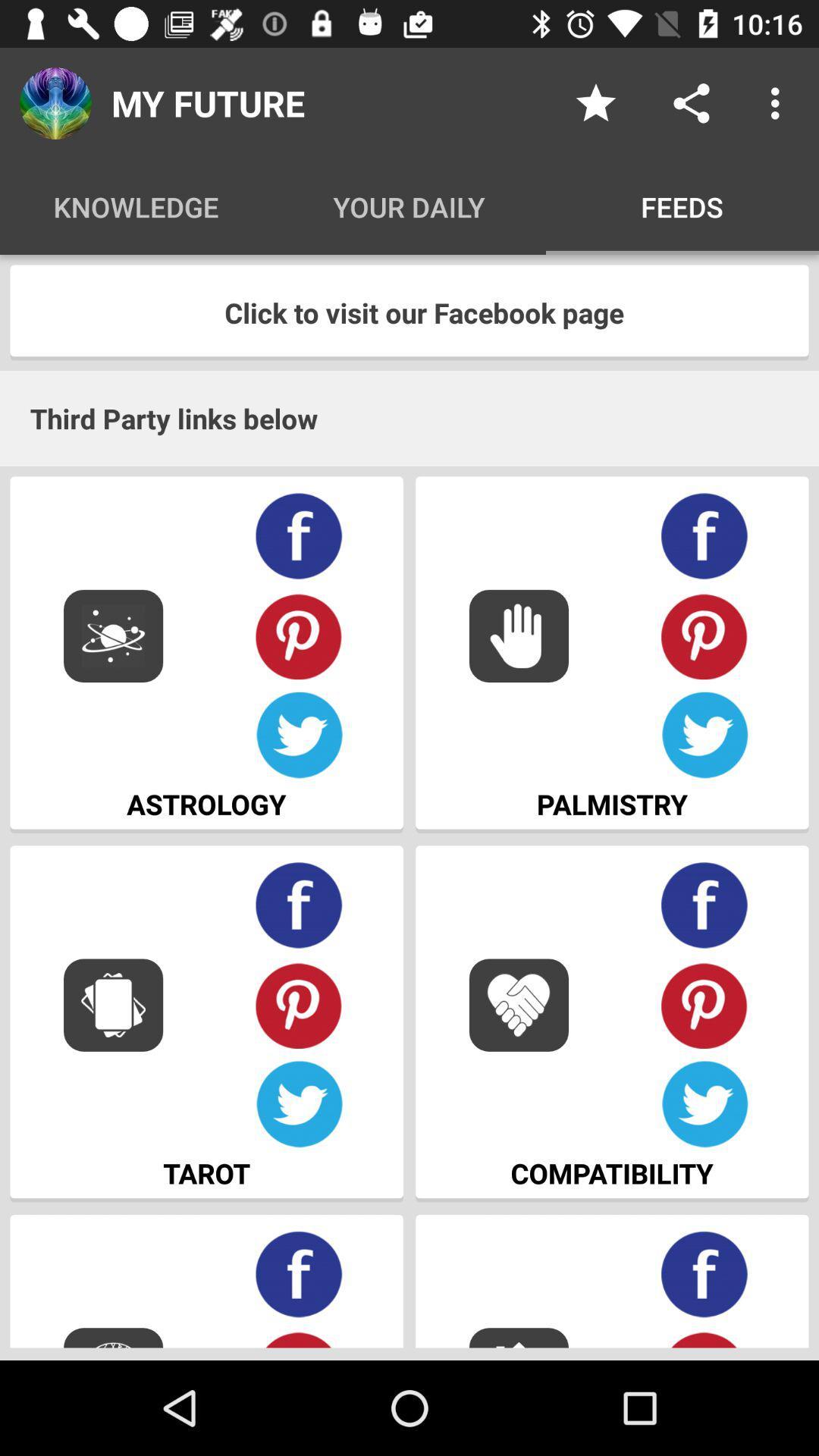 The width and height of the screenshot is (819, 1456). Describe the element at coordinates (299, 1005) in the screenshot. I see `post to pinterest` at that location.